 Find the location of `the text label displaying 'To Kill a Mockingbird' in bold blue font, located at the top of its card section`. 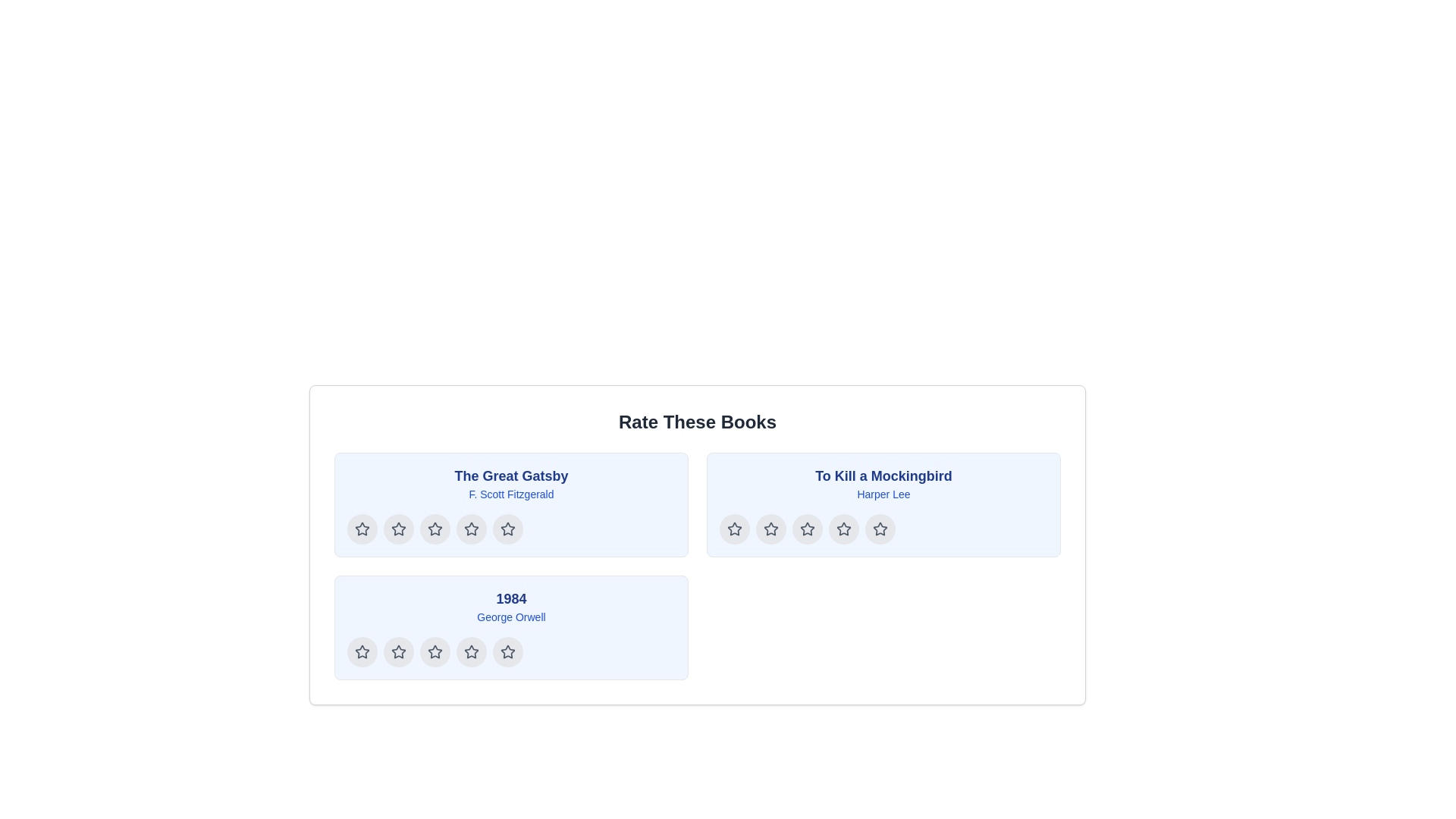

the text label displaying 'To Kill a Mockingbird' in bold blue font, located at the top of its card section is located at coordinates (883, 475).